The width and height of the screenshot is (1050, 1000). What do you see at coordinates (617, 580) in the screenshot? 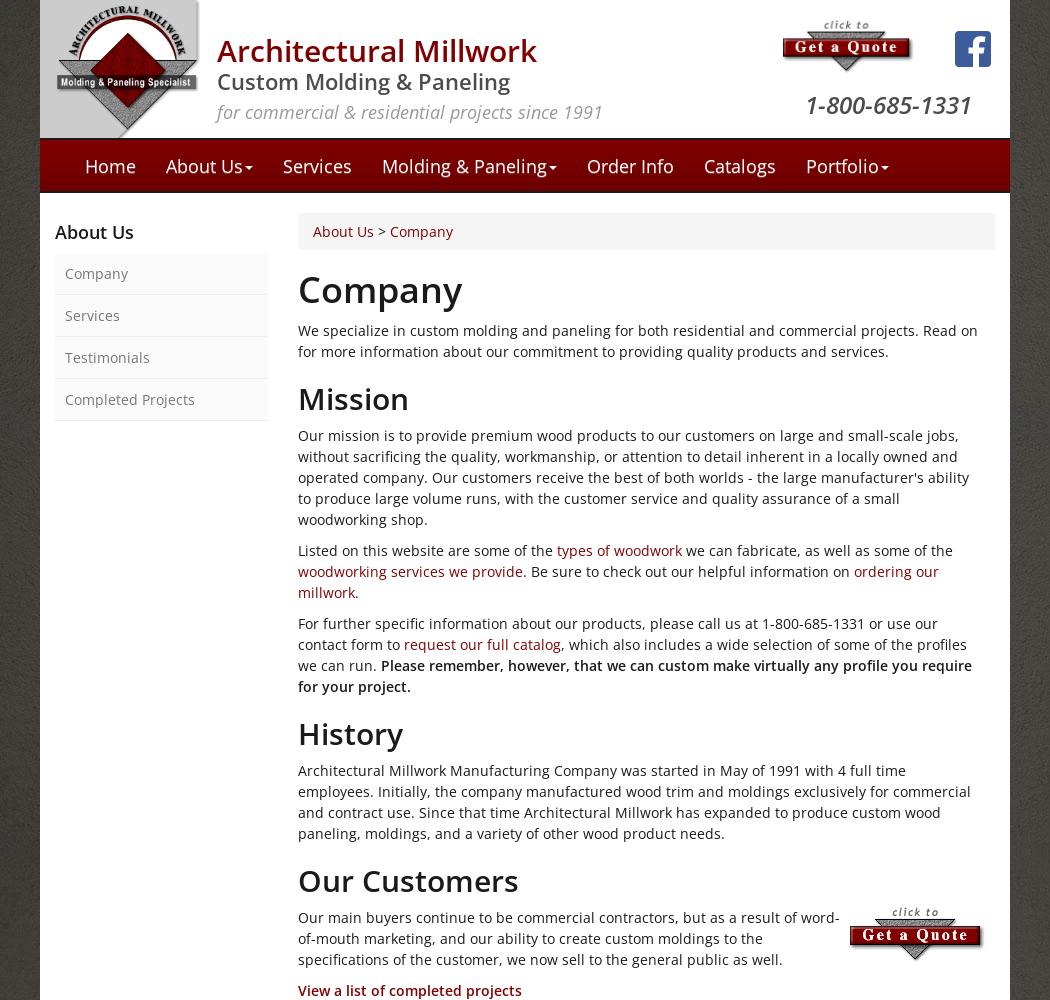
I see `'ordering our millwork'` at bounding box center [617, 580].